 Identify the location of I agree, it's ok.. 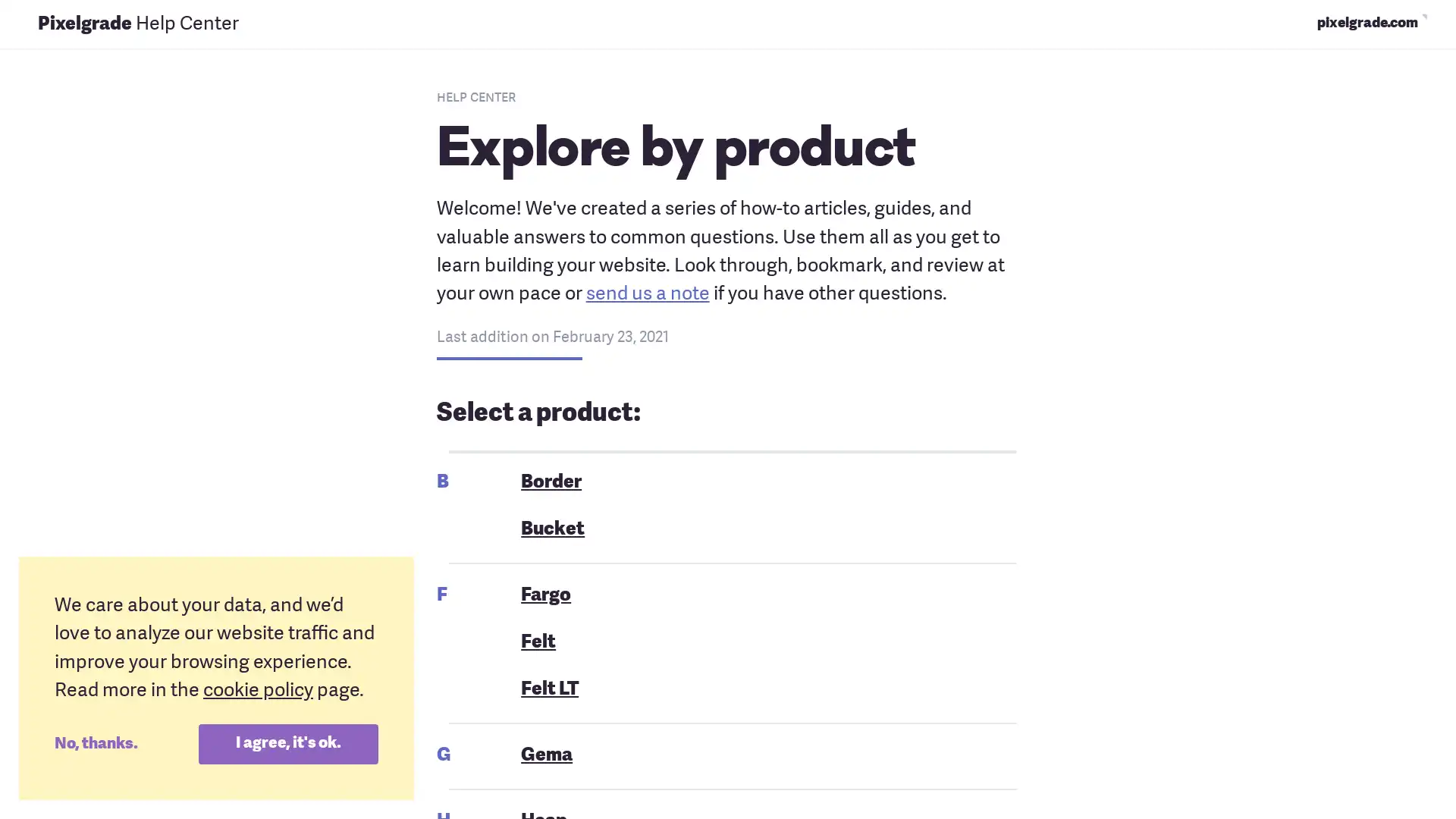
(287, 742).